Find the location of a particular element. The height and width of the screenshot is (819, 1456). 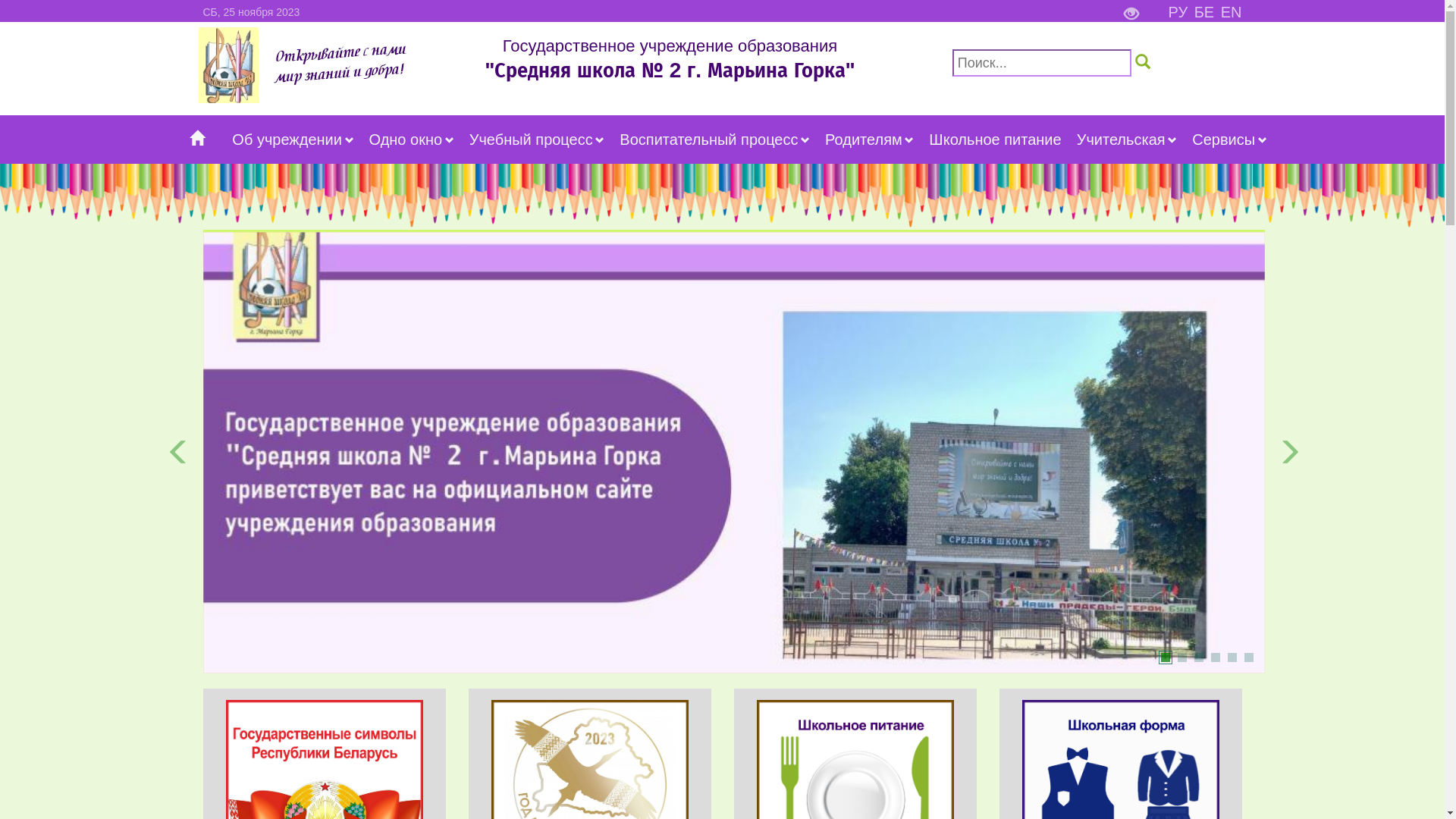

'6' is located at coordinates (1248, 657).